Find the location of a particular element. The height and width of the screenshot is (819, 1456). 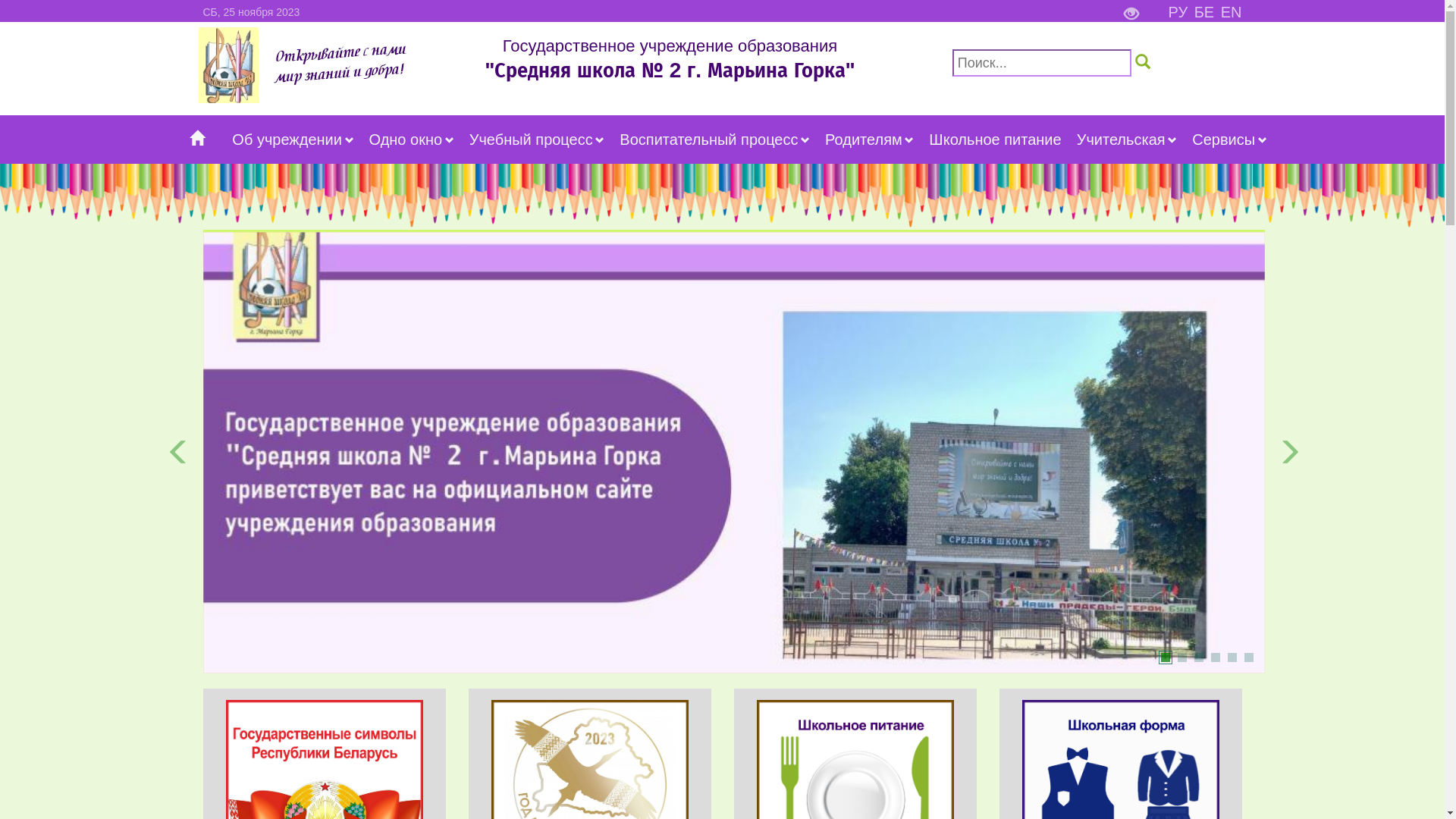

'6' is located at coordinates (1248, 657).